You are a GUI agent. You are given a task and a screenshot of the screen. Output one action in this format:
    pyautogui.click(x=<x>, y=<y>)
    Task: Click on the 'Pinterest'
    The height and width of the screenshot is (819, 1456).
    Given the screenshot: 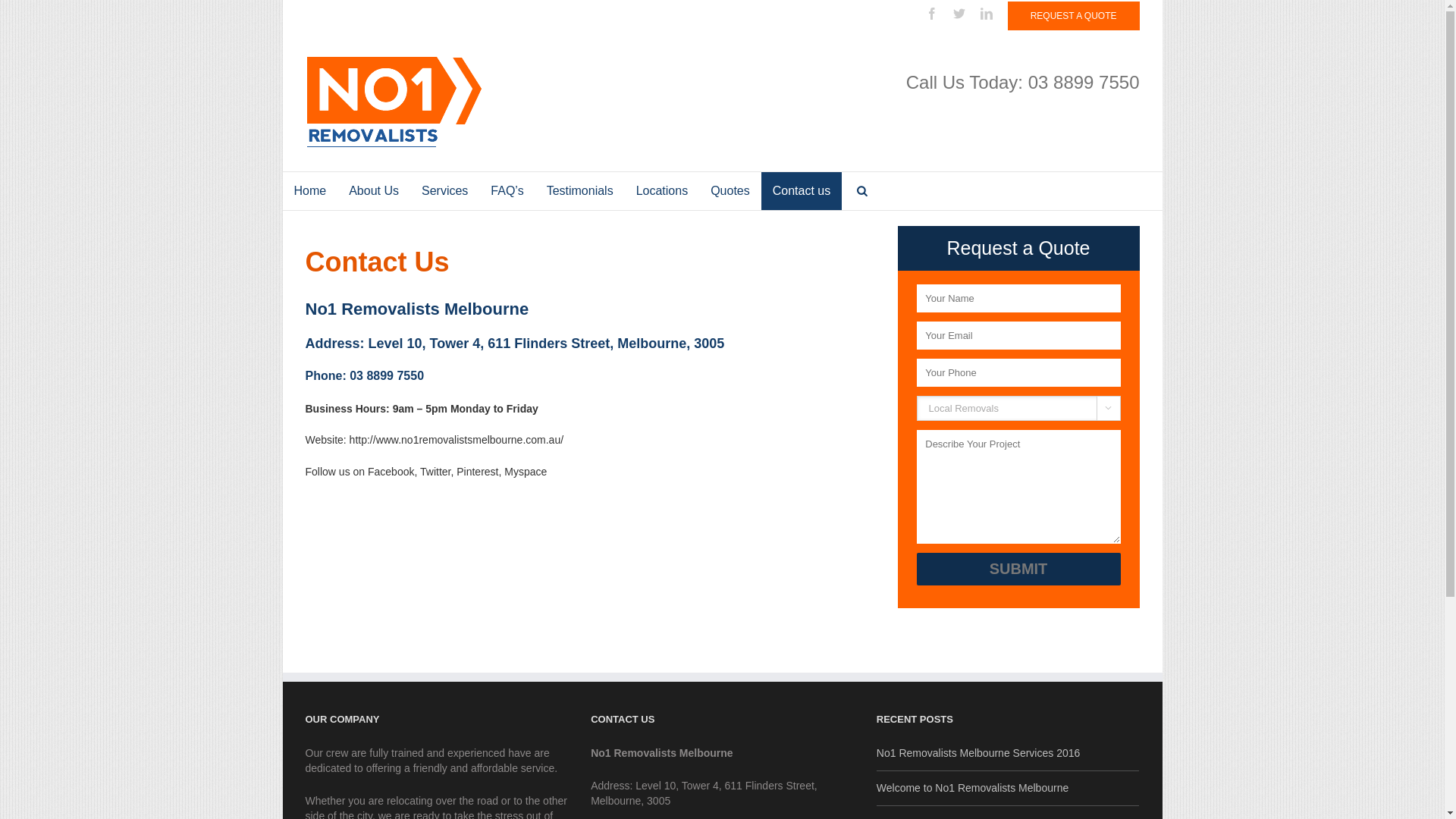 What is the action you would take?
    pyautogui.click(x=476, y=470)
    